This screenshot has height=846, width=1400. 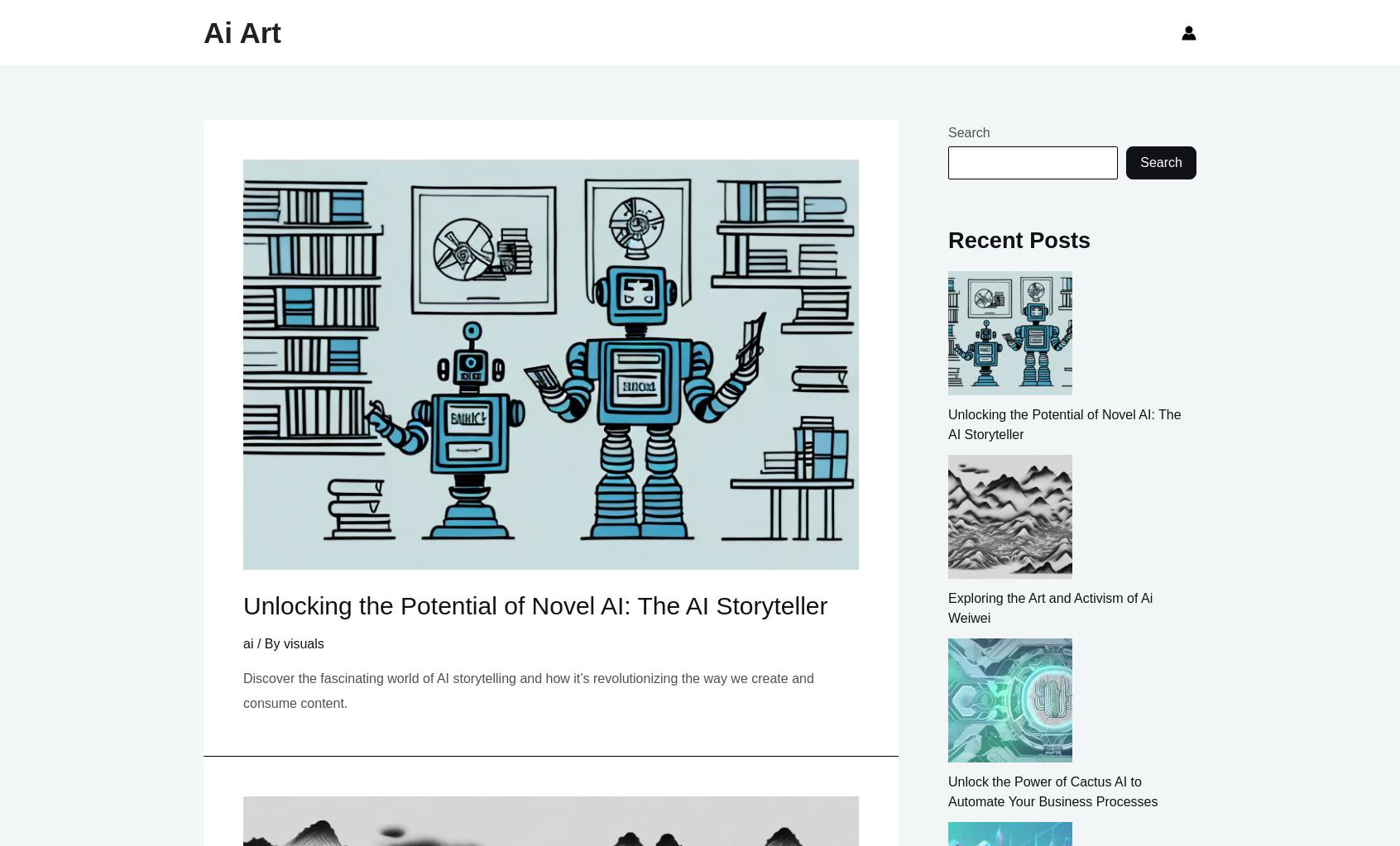 I want to click on 'Recent Posts', so click(x=1019, y=239).